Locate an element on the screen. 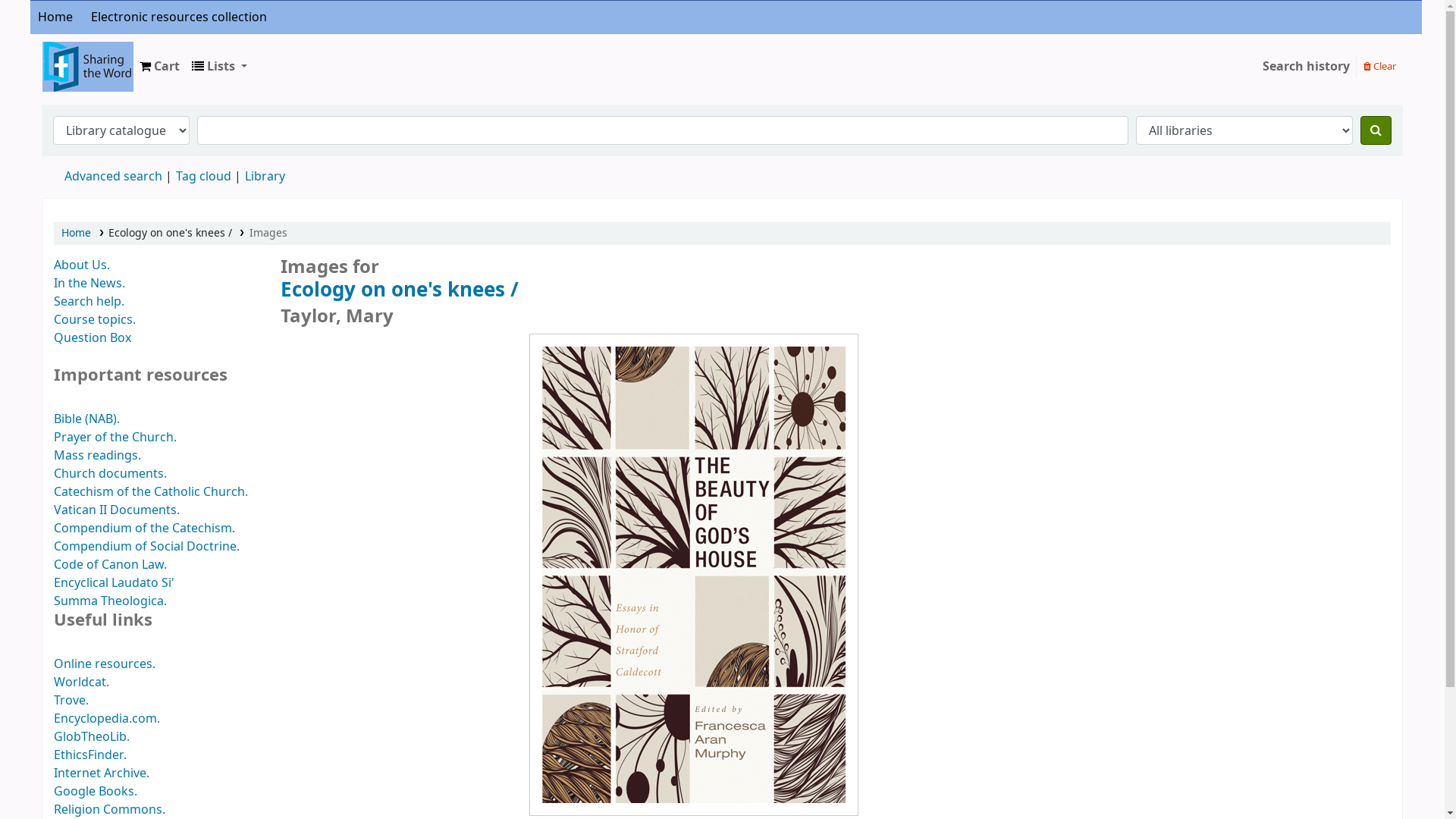  'Tag cloud' is located at coordinates (202, 175).